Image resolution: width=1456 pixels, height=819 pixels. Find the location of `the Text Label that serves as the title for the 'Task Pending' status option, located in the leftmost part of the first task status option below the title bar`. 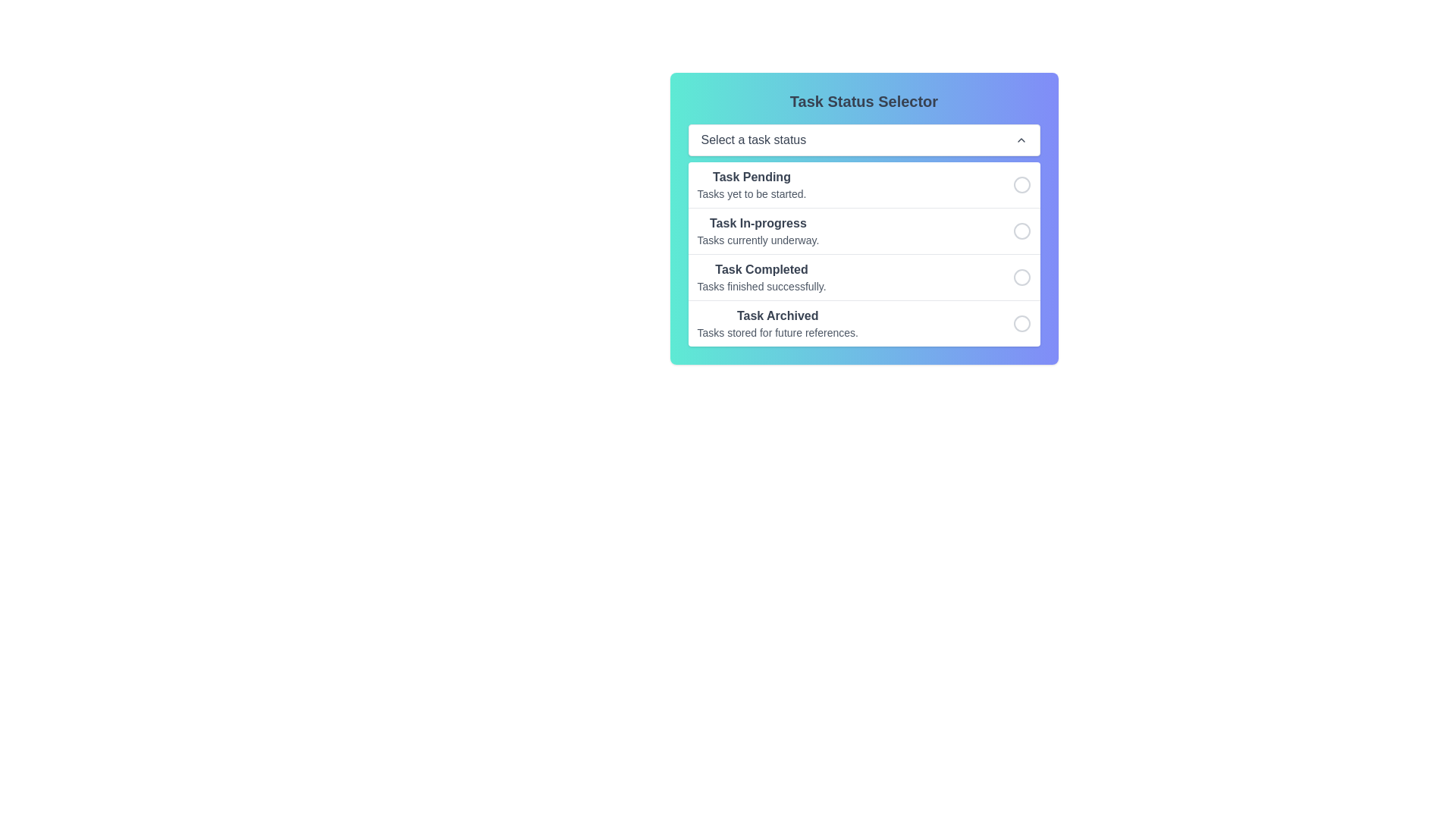

the Text Label that serves as the title for the 'Task Pending' status option, located in the leftmost part of the first task status option below the title bar is located at coordinates (752, 177).